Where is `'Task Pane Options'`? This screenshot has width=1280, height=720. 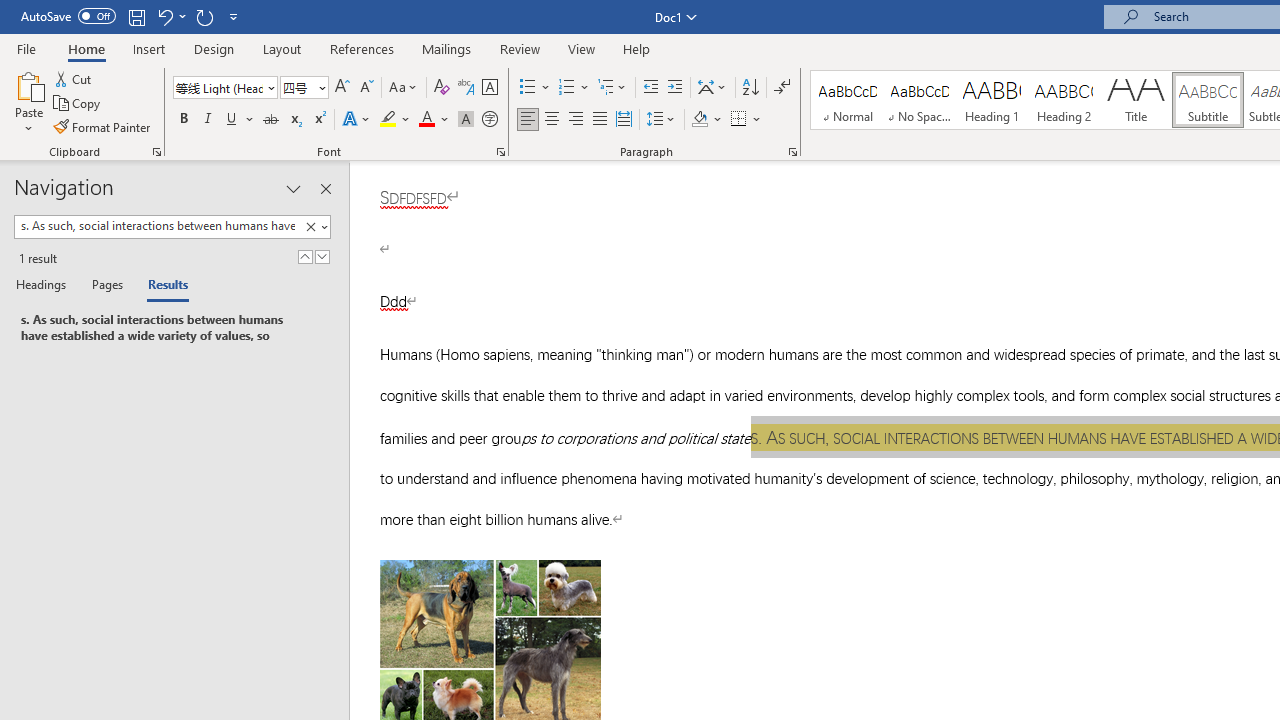 'Task Pane Options' is located at coordinates (292, 189).